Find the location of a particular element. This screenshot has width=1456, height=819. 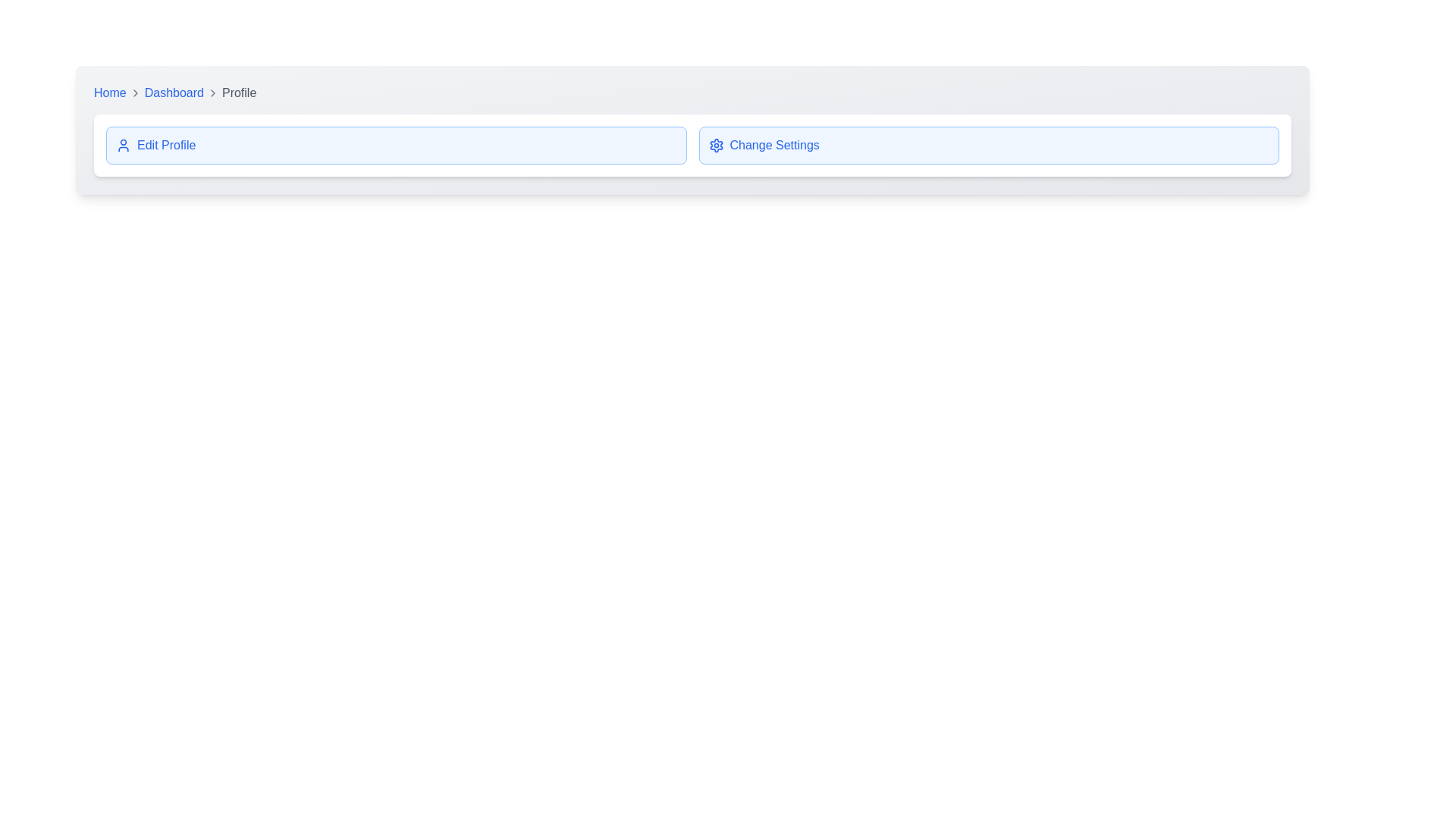

the 'Home' hyperlink, which is styled in blue and underlined on hover is located at coordinates (109, 93).